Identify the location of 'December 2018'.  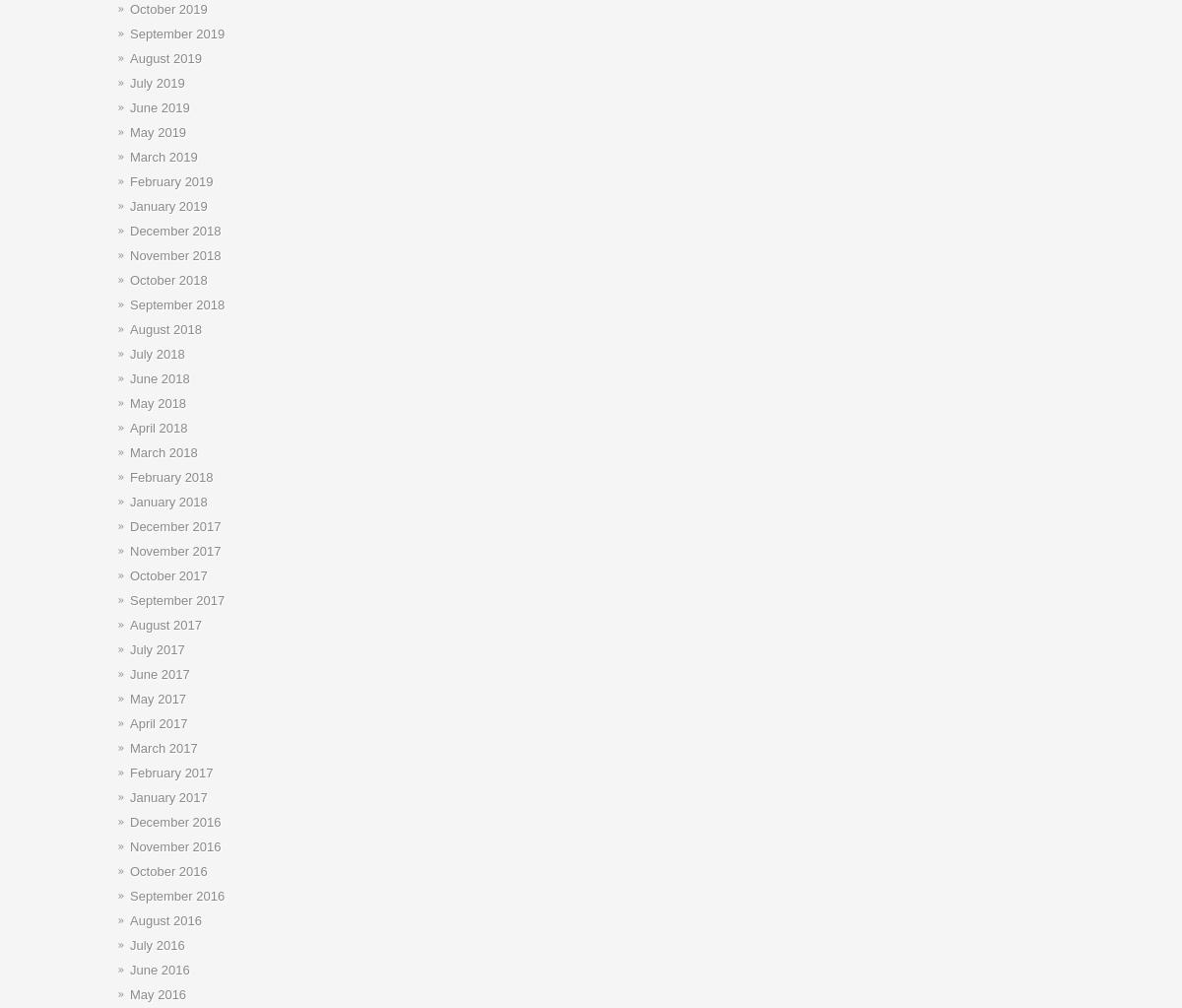
(130, 230).